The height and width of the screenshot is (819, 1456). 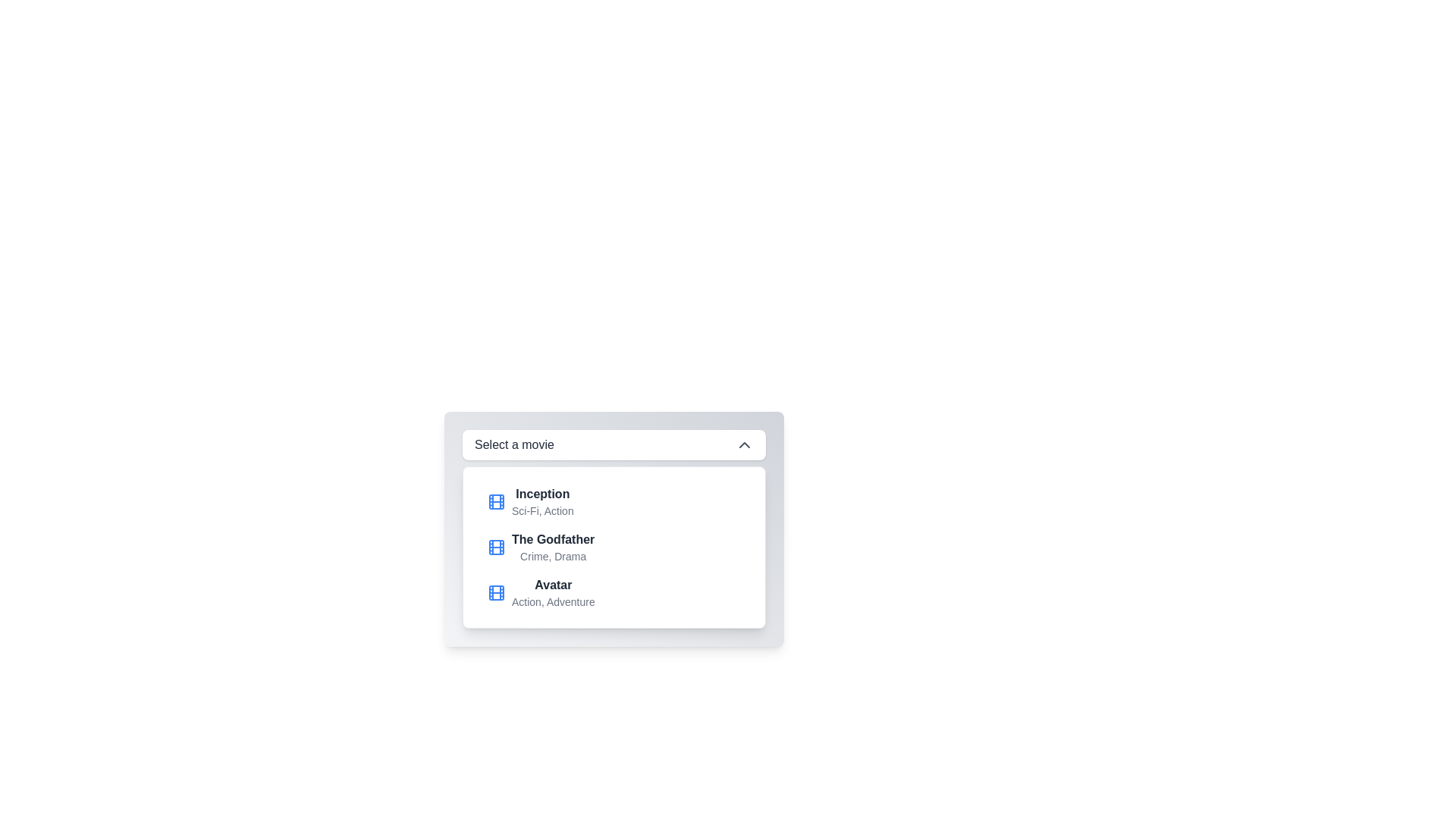 I want to click on the list item representing the movie 'The Godfather' to navigate further options, so click(x=541, y=547).